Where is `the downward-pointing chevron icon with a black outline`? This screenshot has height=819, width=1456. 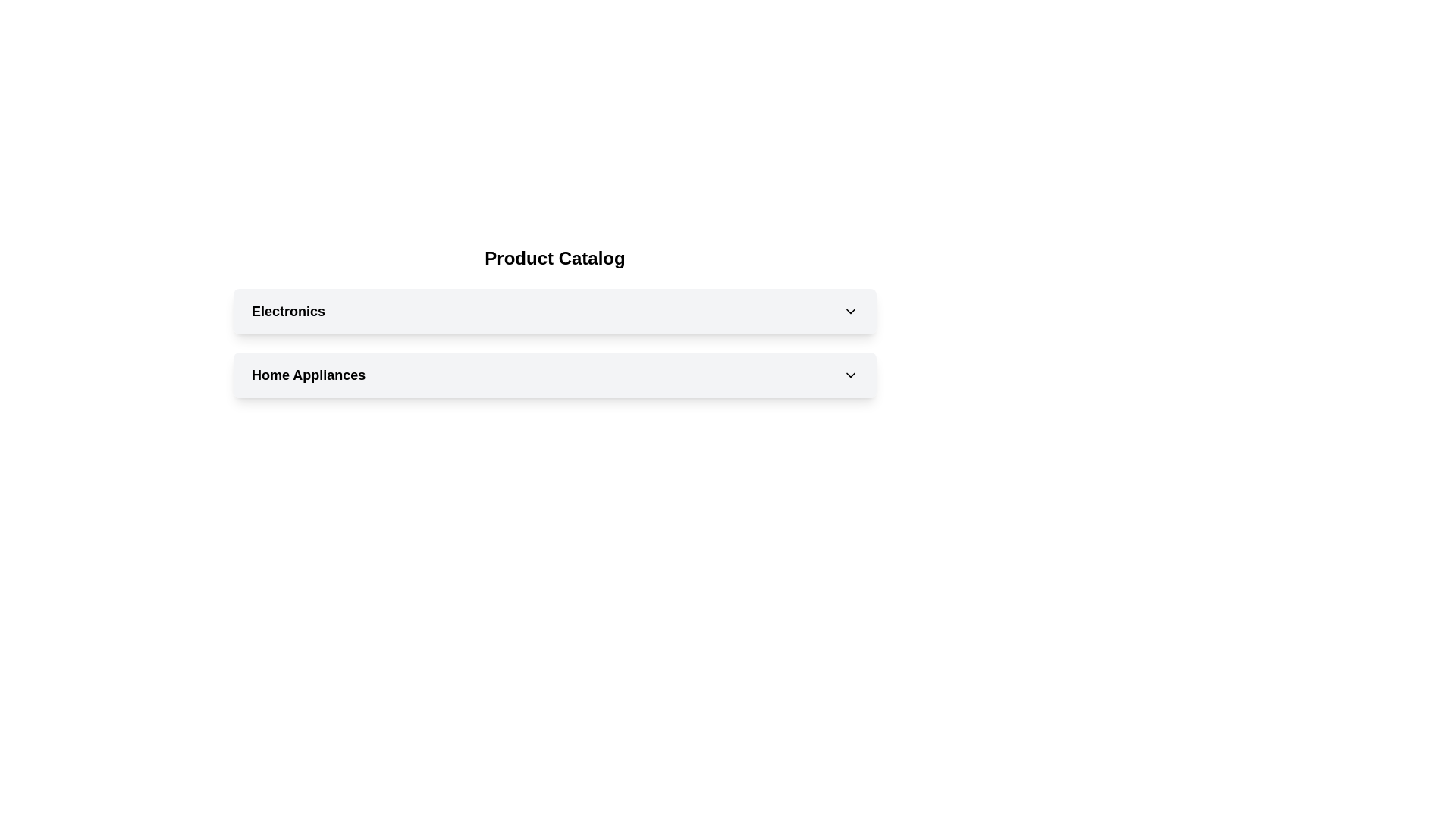 the downward-pointing chevron icon with a black outline is located at coordinates (851, 375).